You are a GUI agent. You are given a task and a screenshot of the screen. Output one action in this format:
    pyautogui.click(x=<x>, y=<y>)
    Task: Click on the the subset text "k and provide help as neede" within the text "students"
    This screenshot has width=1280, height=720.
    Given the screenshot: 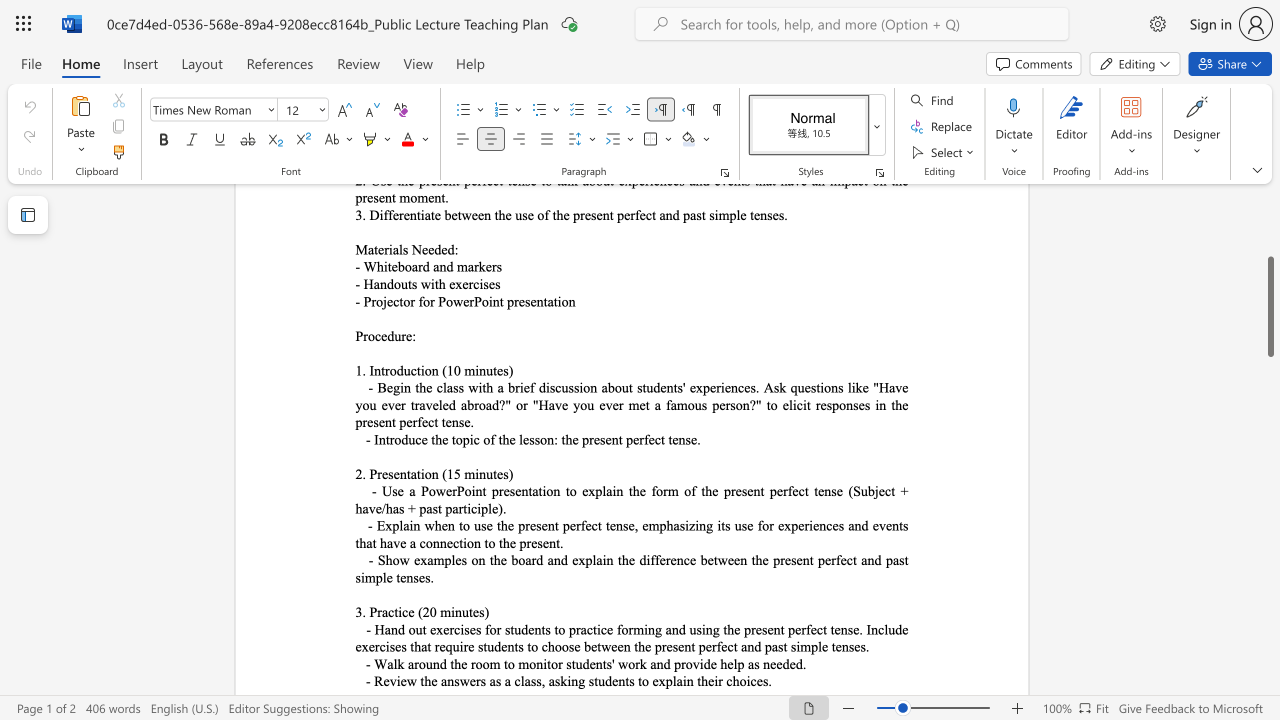 What is the action you would take?
    pyautogui.click(x=638, y=664)
    